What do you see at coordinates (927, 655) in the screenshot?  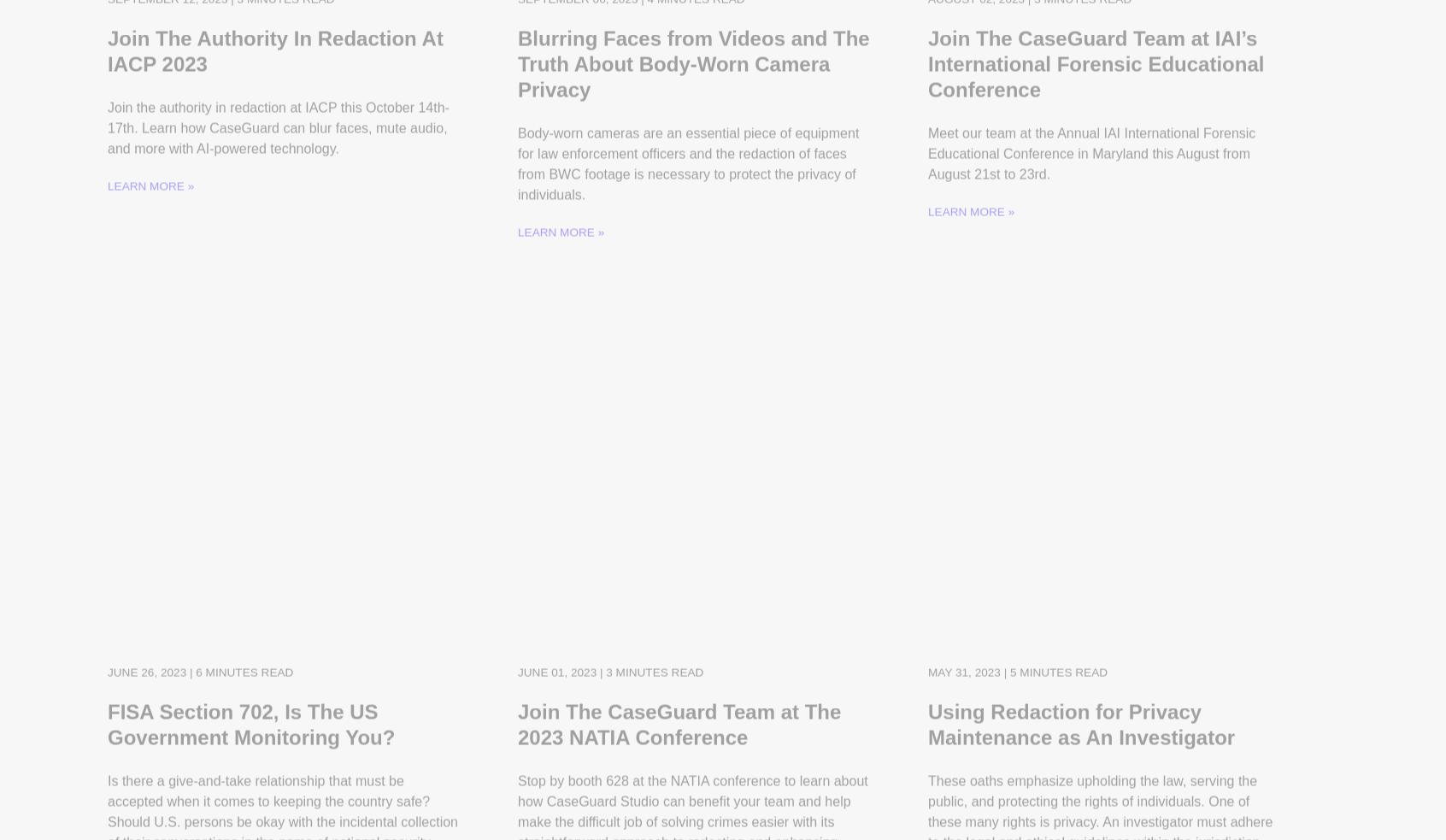 I see `'May 31, 2023 | 5 minutes read'` at bounding box center [927, 655].